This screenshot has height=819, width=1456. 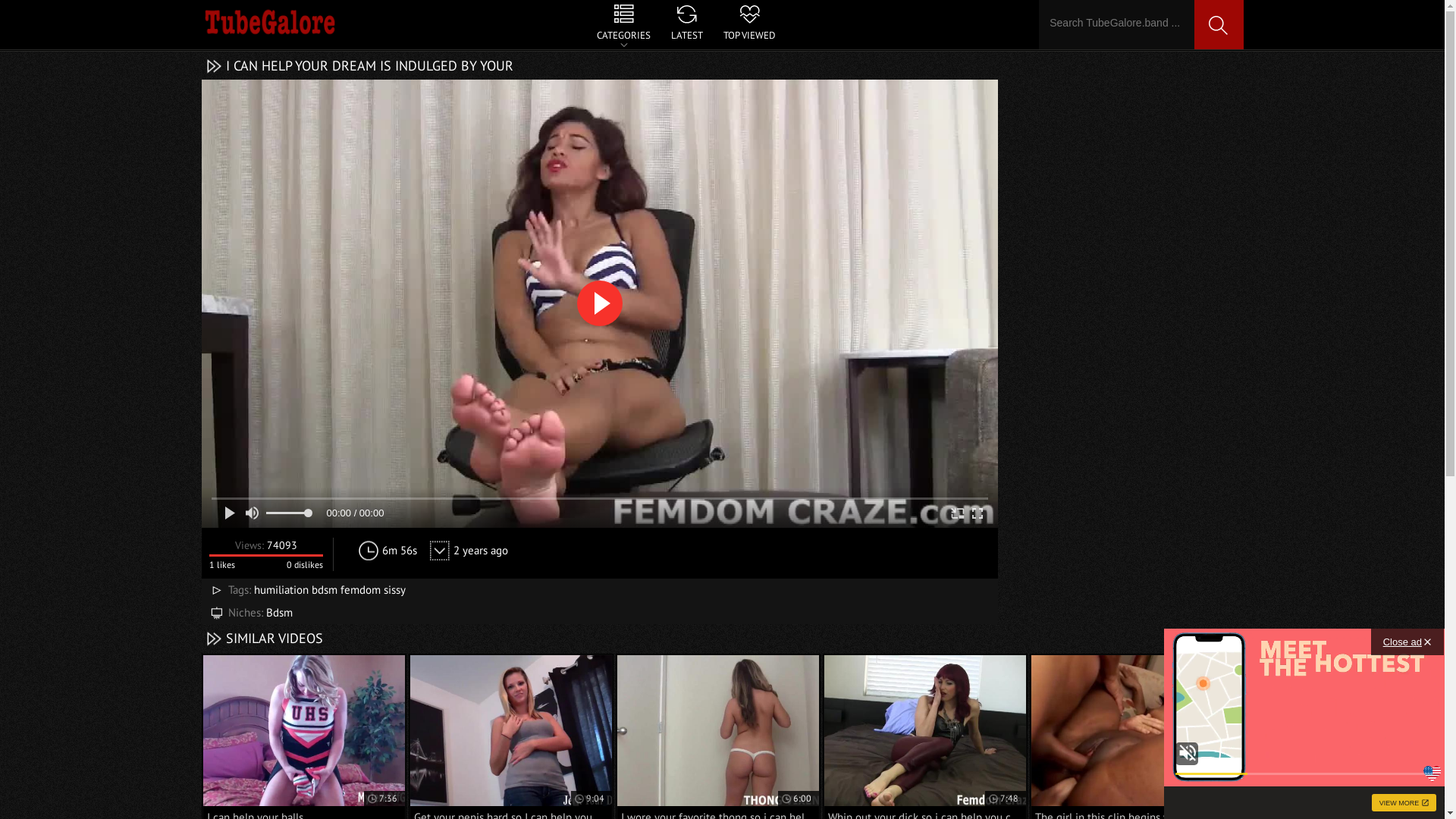 I want to click on 'TubeGalore', so click(x=269, y=23).